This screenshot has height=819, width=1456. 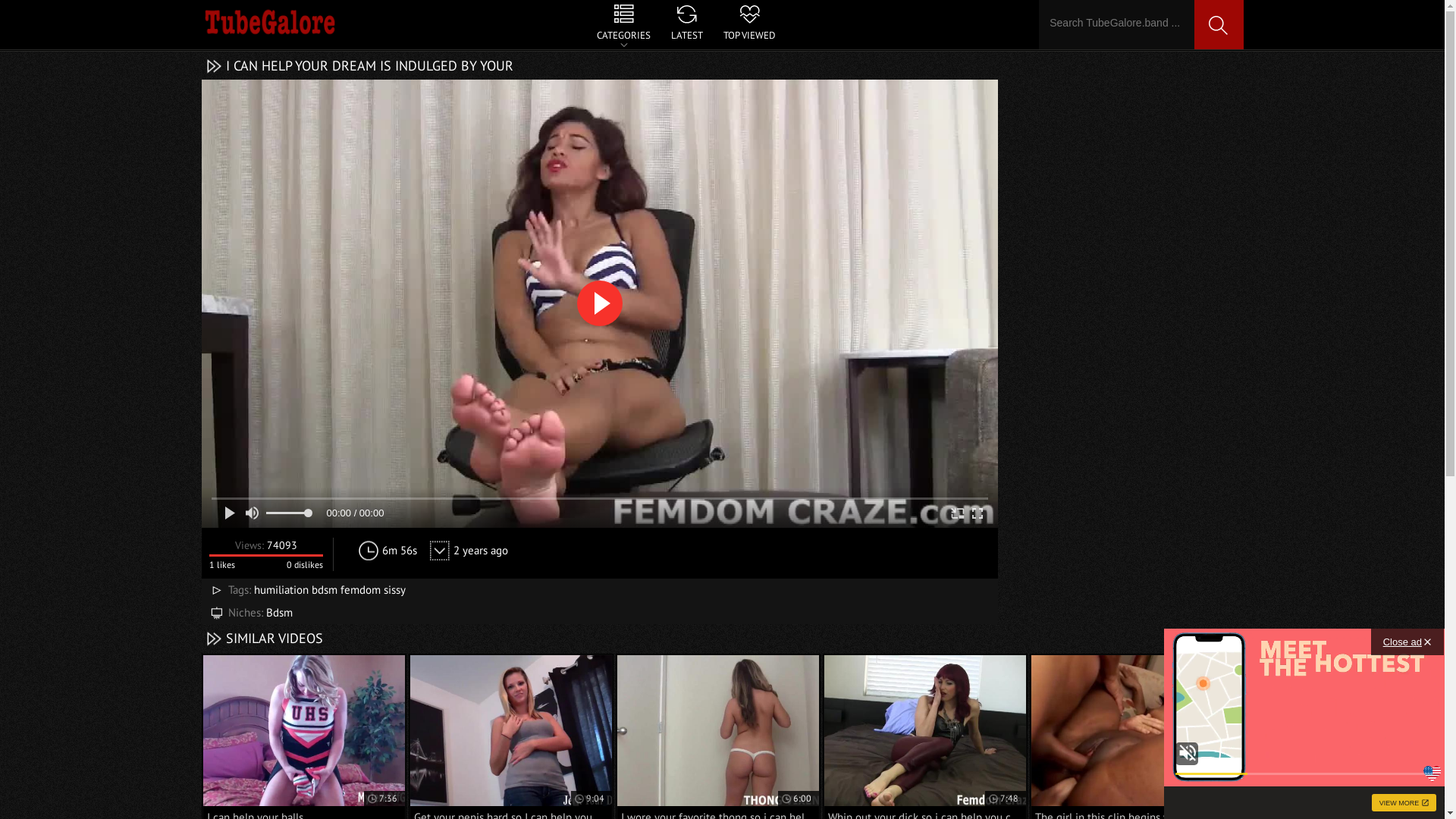 I want to click on 'TubeGalore', so click(x=269, y=23).